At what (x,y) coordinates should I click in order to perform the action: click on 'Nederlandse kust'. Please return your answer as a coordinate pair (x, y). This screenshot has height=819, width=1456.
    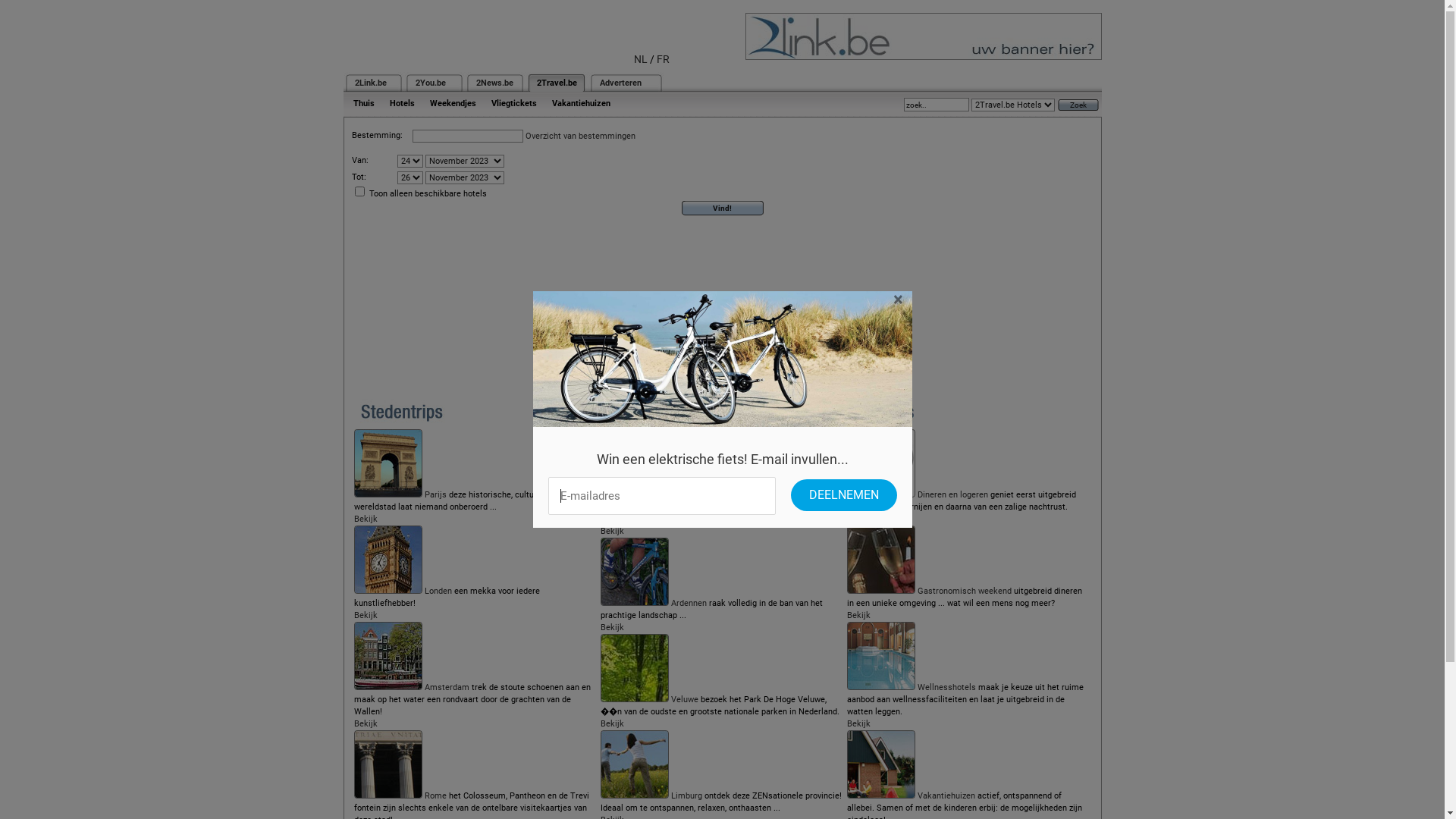
    Looking at the image, I should click on (670, 494).